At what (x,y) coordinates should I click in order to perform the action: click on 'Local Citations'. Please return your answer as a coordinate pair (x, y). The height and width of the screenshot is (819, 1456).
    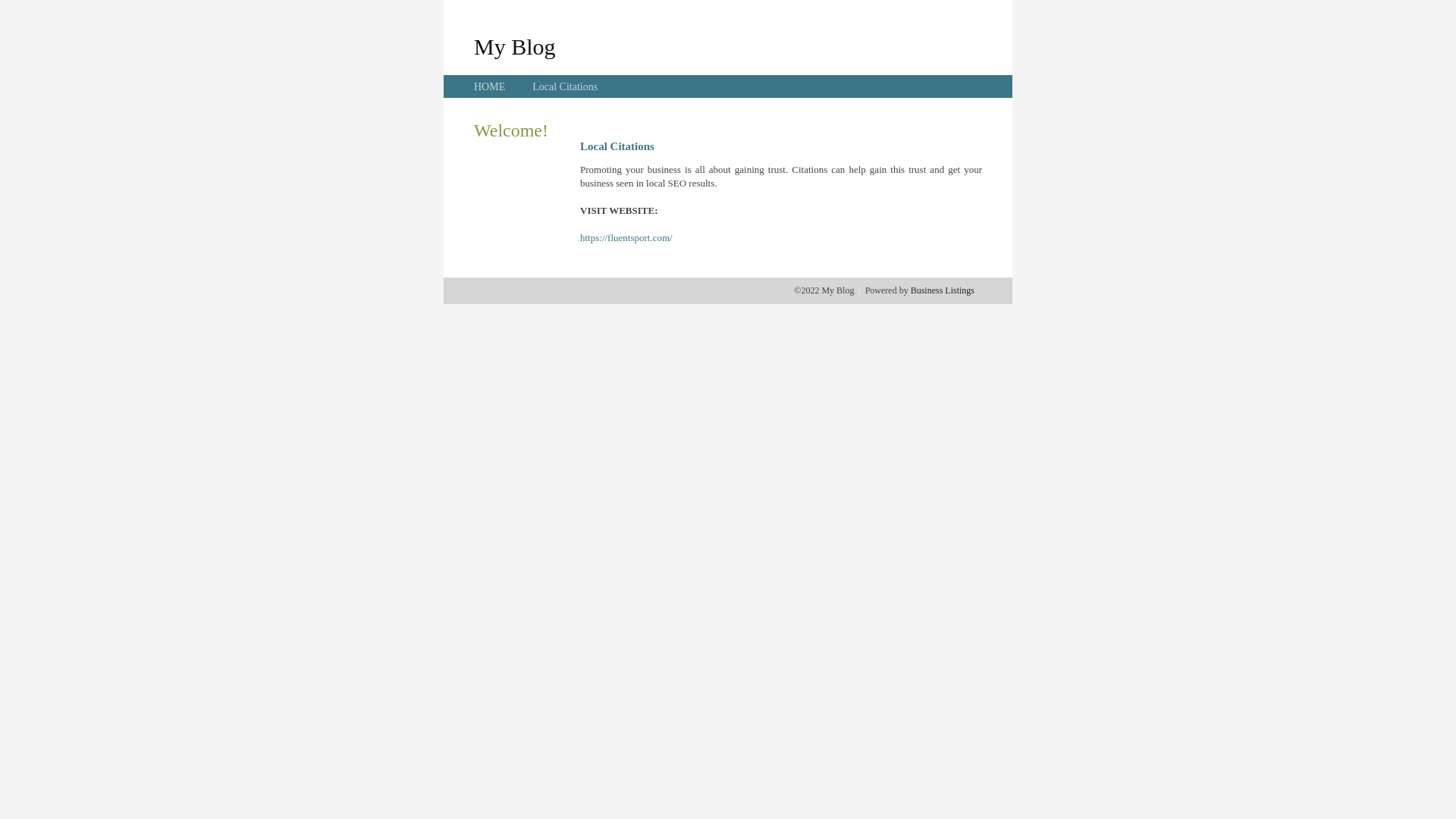
    Looking at the image, I should click on (563, 86).